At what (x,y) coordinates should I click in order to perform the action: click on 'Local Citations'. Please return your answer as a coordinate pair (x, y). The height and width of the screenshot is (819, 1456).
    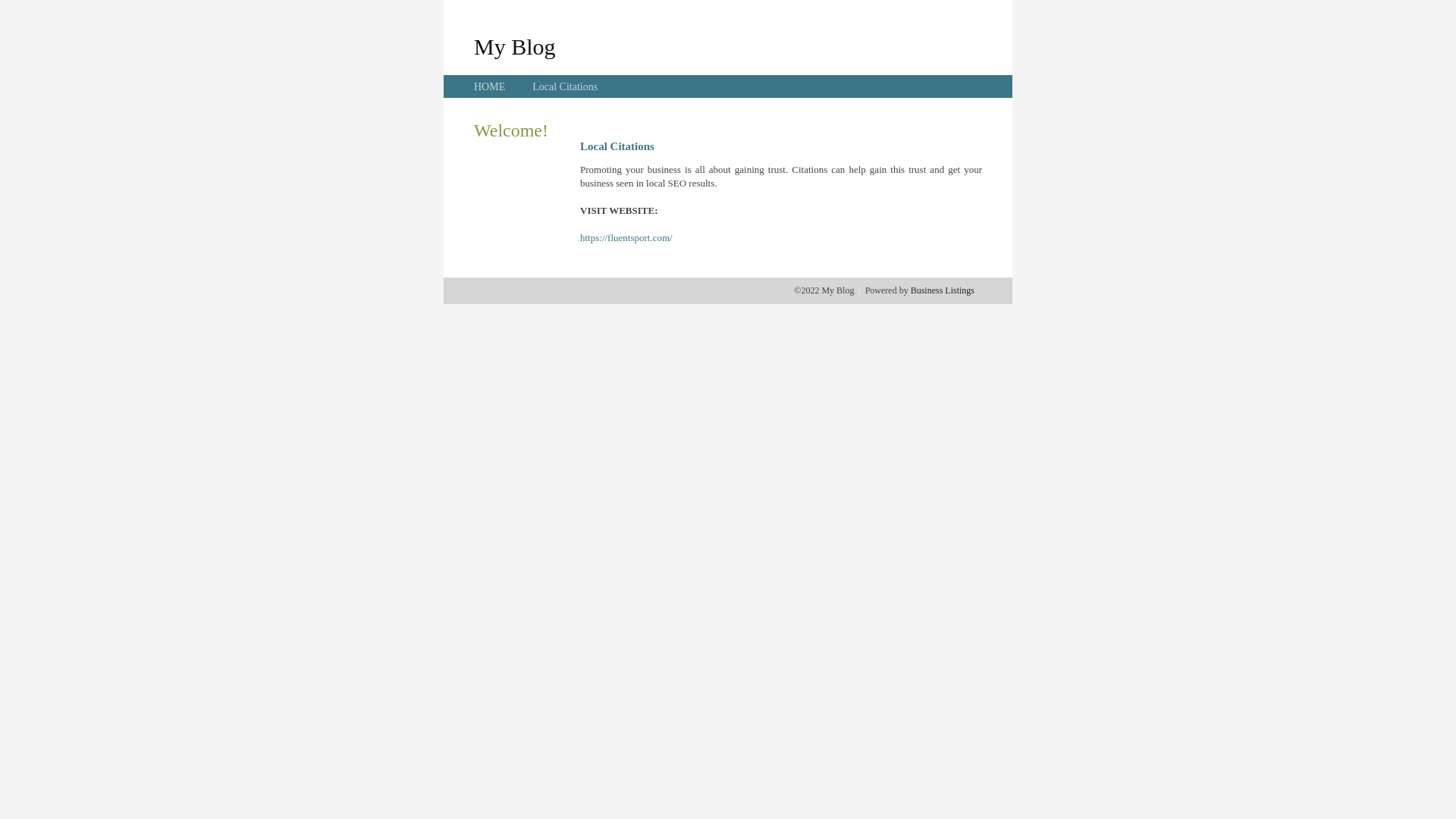
    Looking at the image, I should click on (563, 86).